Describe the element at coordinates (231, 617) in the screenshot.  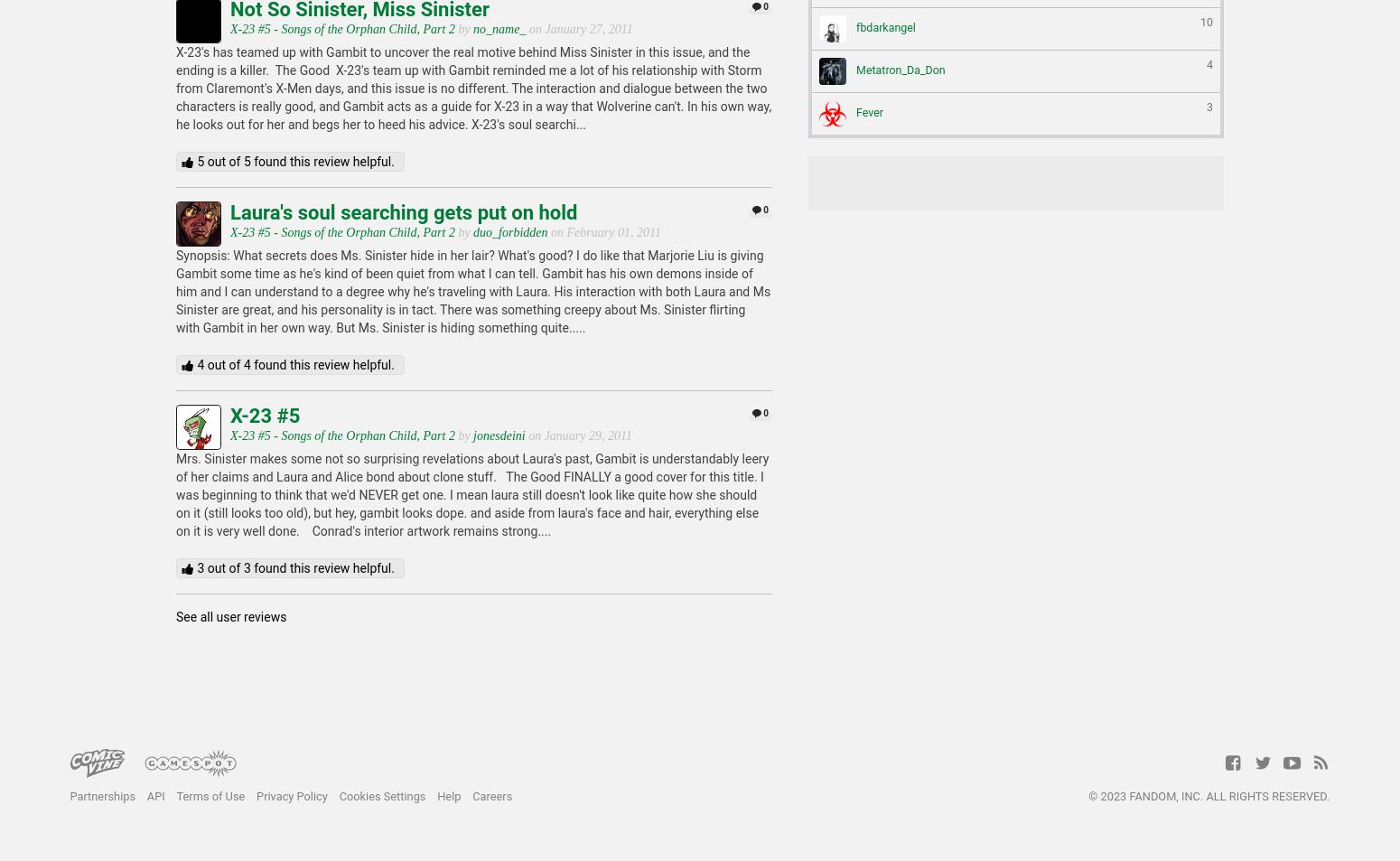
I see `'See all user reviews'` at that location.